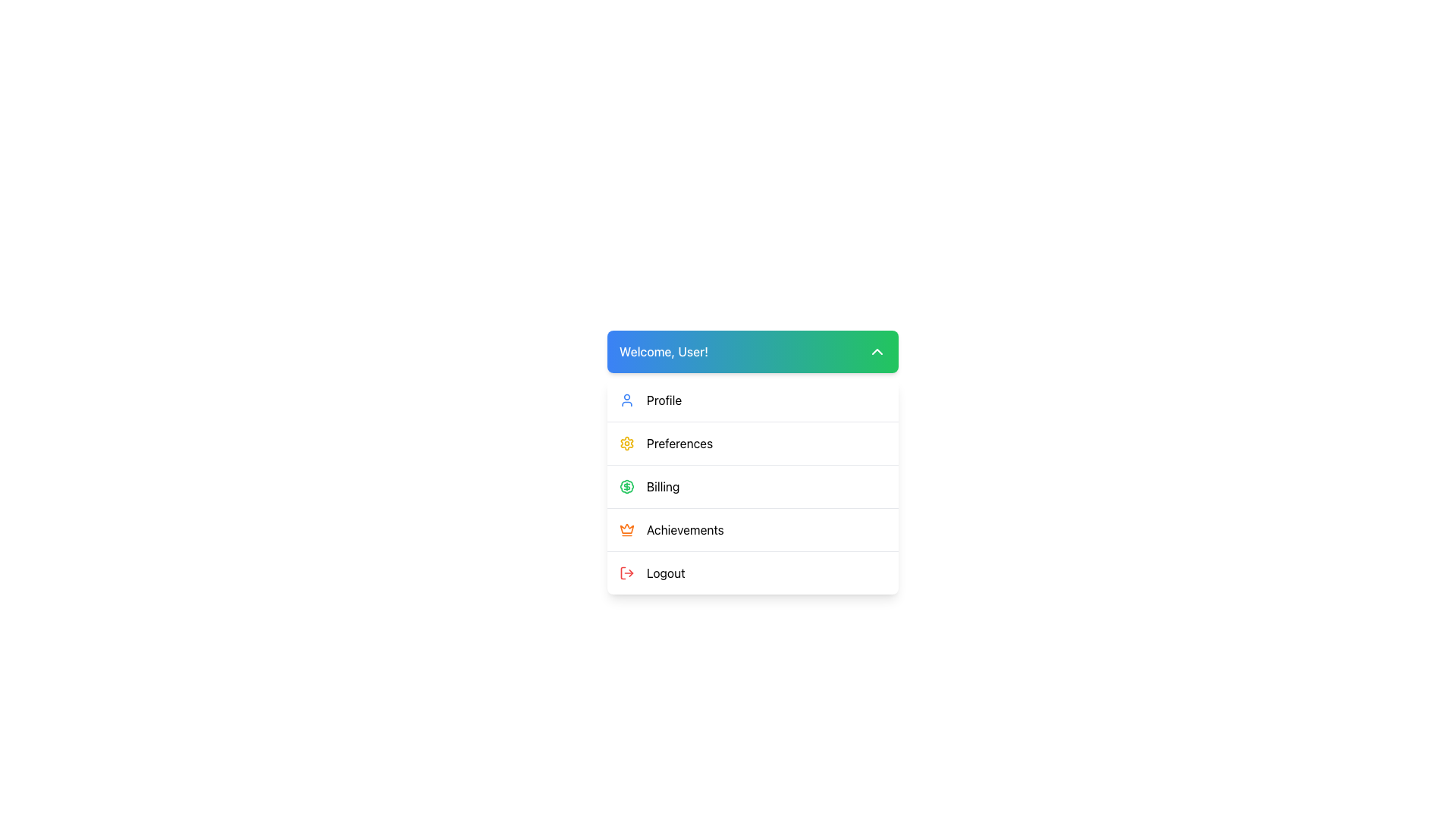 The height and width of the screenshot is (819, 1456). What do you see at coordinates (626, 486) in the screenshot?
I see `the green dollar-sign icon encased in a circular badge located to the left of the 'Billing' text in the vertical menu` at bounding box center [626, 486].